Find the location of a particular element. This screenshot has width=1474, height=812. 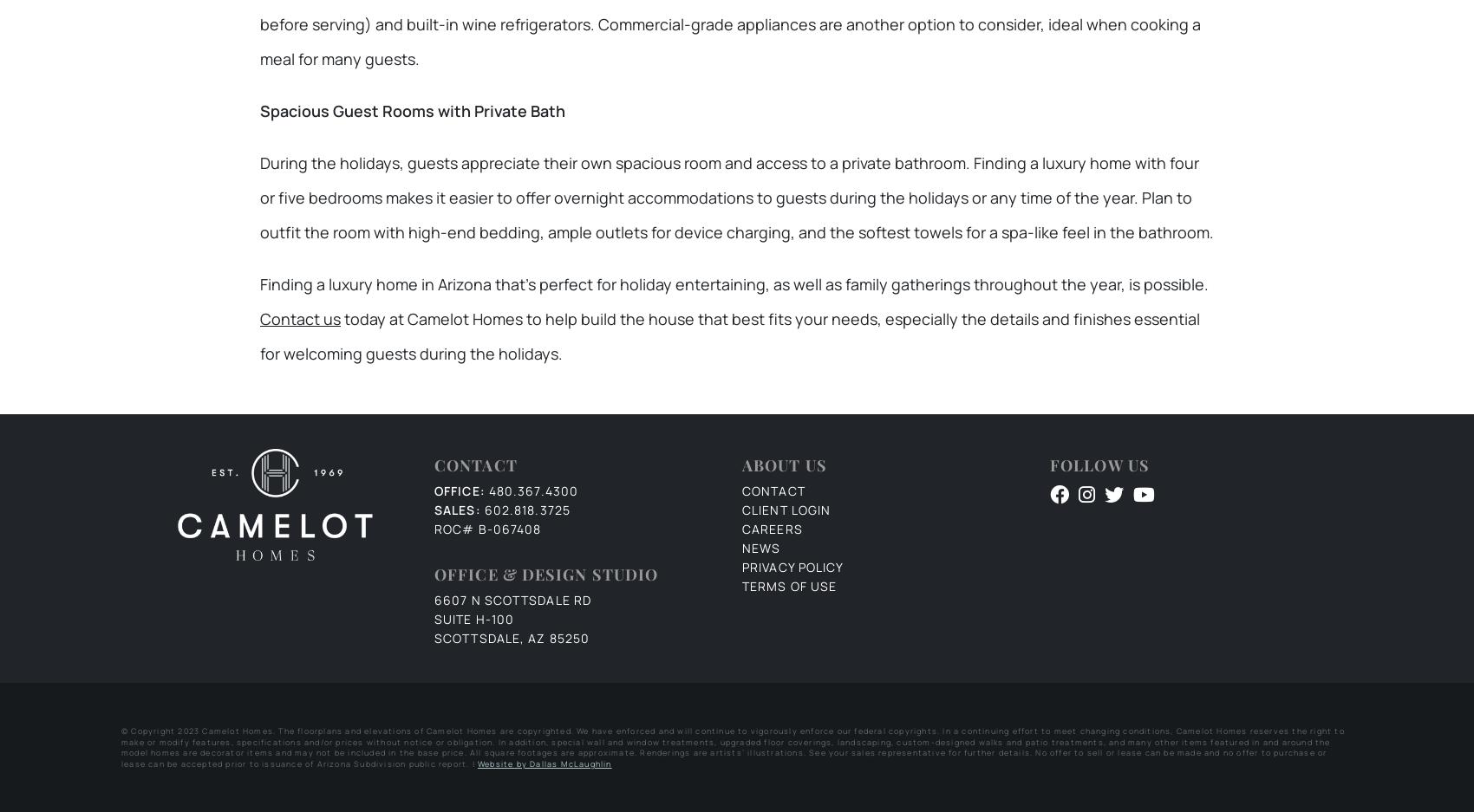

'Suite H-100' is located at coordinates (434, 619).